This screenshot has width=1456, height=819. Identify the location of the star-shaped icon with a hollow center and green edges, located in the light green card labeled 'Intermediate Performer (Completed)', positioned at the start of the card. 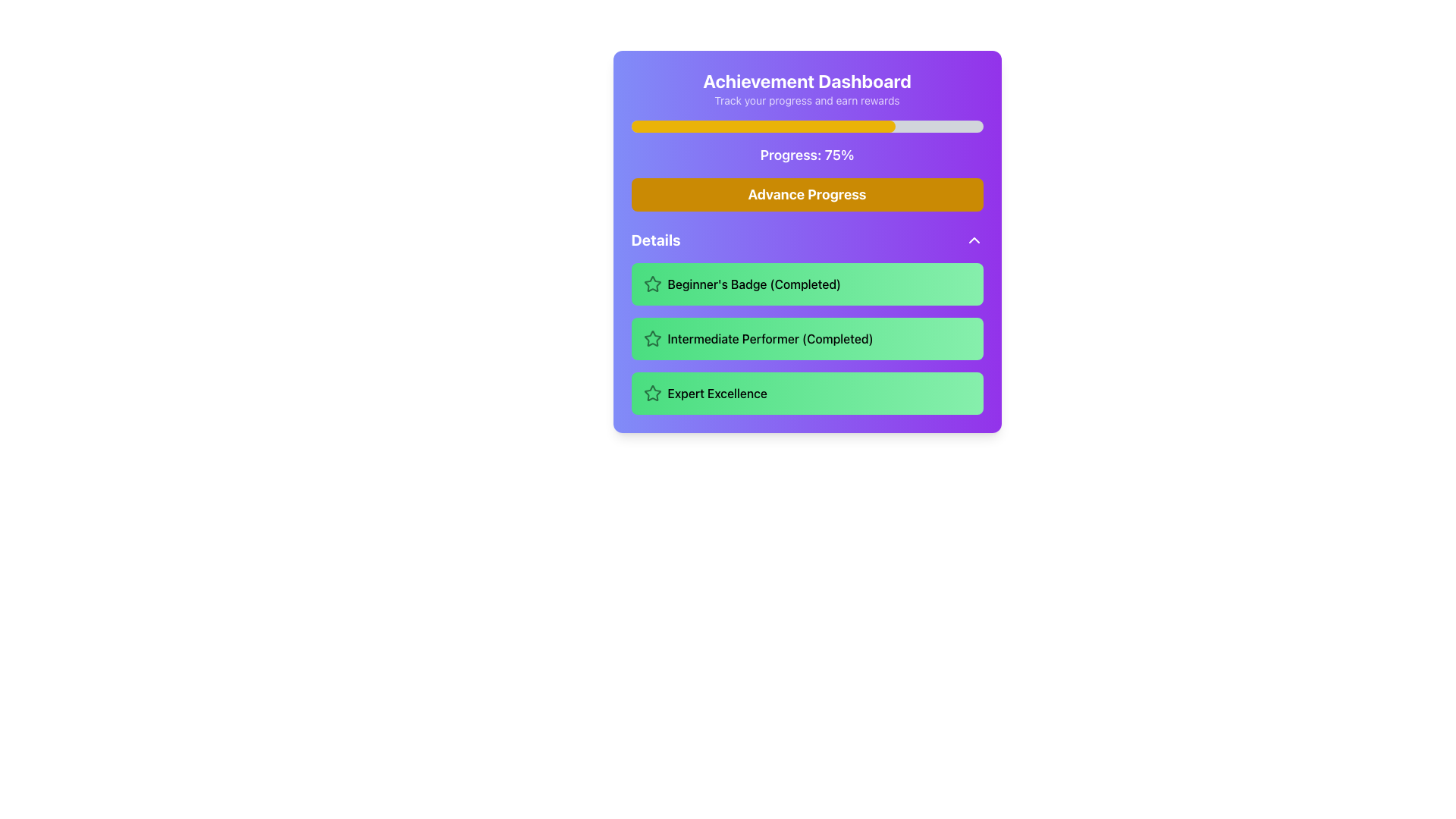
(652, 338).